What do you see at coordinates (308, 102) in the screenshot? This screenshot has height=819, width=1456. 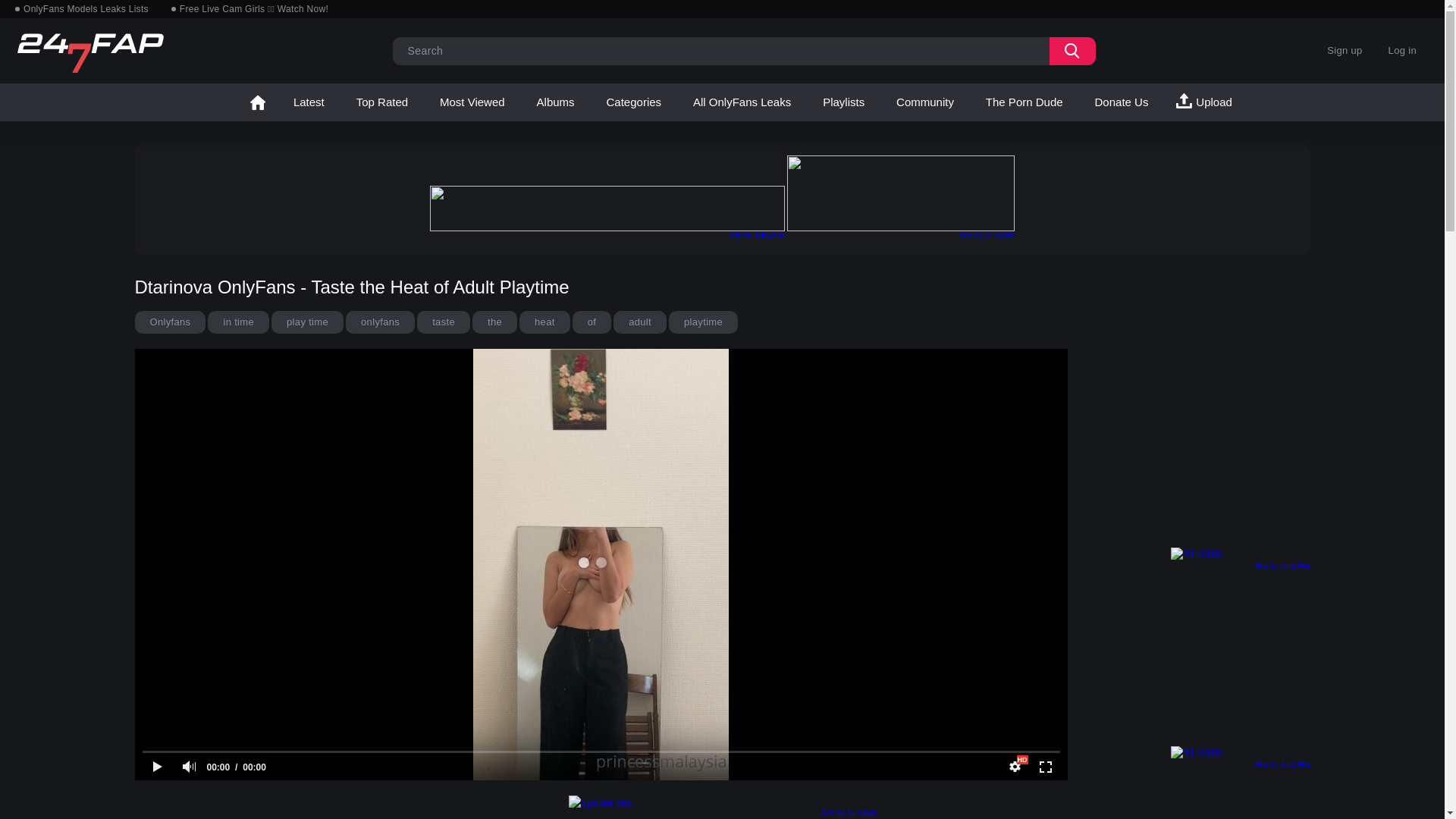 I see `'Latest'` at bounding box center [308, 102].